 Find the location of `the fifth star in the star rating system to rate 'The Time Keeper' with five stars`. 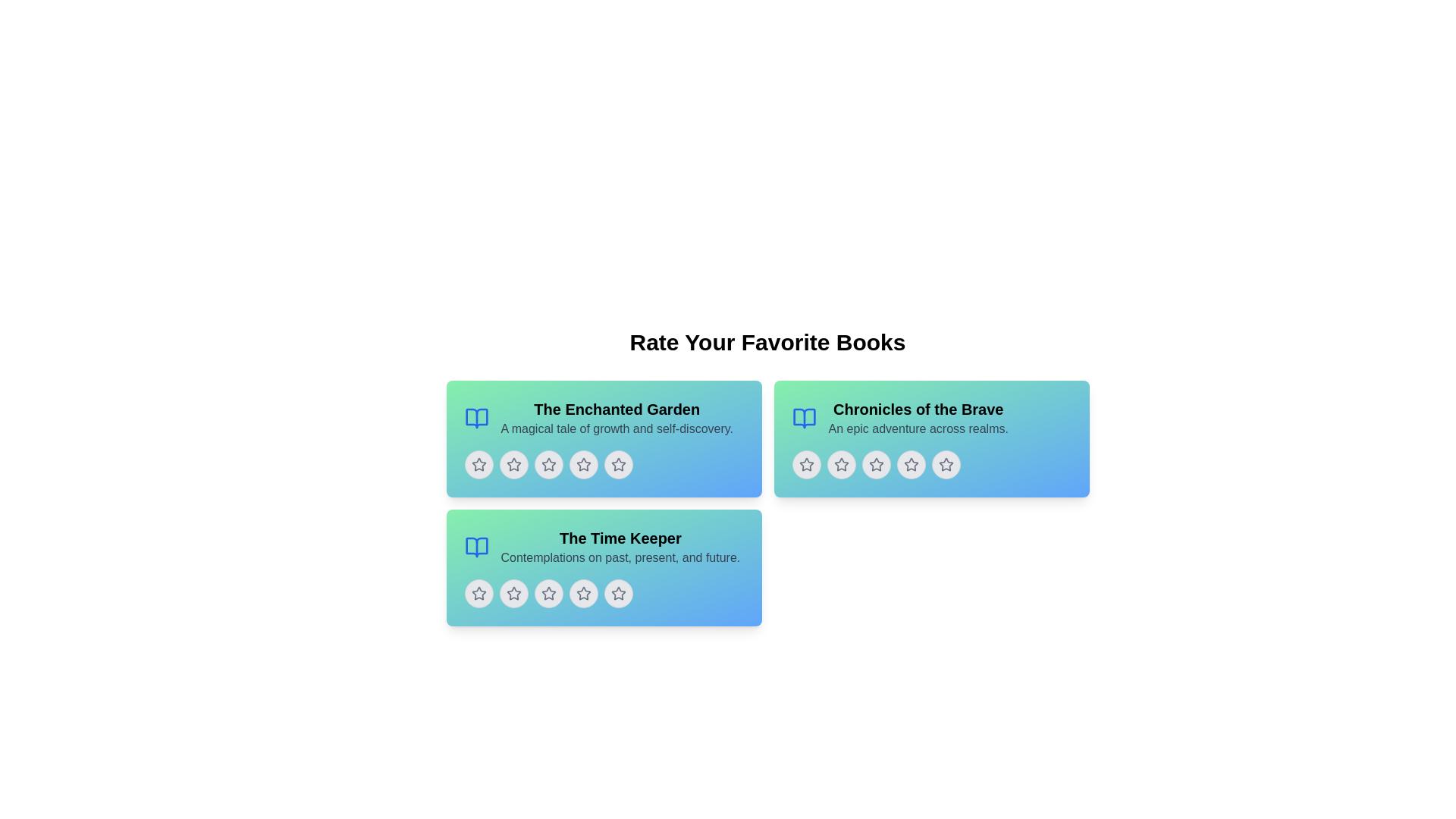

the fifth star in the star rating system to rate 'The Time Keeper' with five stars is located at coordinates (618, 592).